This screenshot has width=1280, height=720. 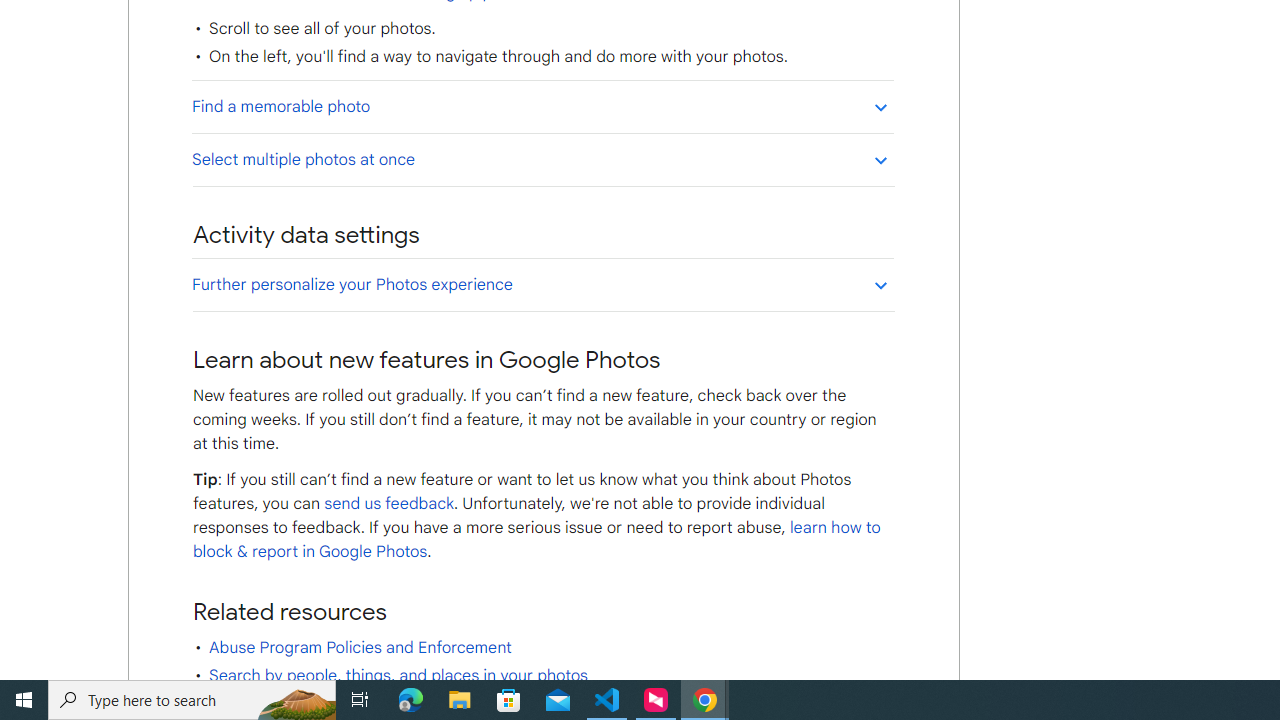 What do you see at coordinates (542, 158) in the screenshot?
I see `'Select multiple photos at once'` at bounding box center [542, 158].